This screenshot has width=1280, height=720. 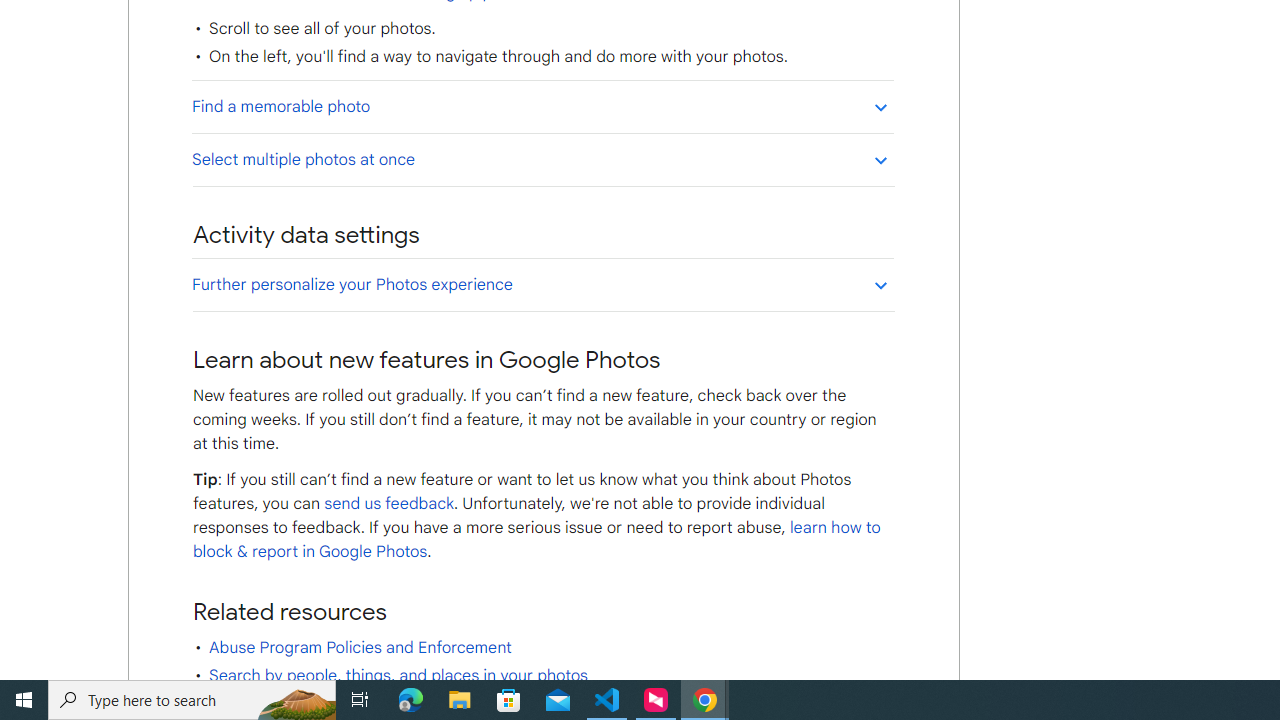 What do you see at coordinates (542, 158) in the screenshot?
I see `'Select multiple photos at once'` at bounding box center [542, 158].